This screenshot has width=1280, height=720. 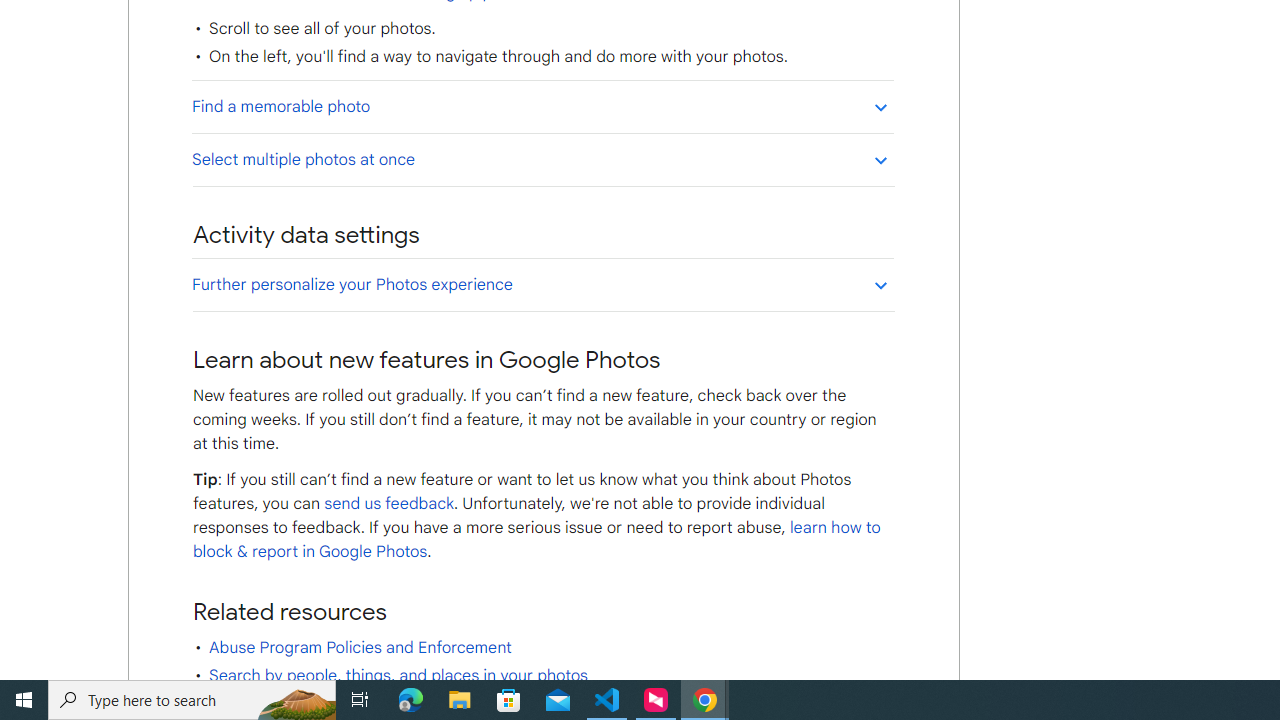 What do you see at coordinates (542, 158) in the screenshot?
I see `'Select multiple photos at once'` at bounding box center [542, 158].